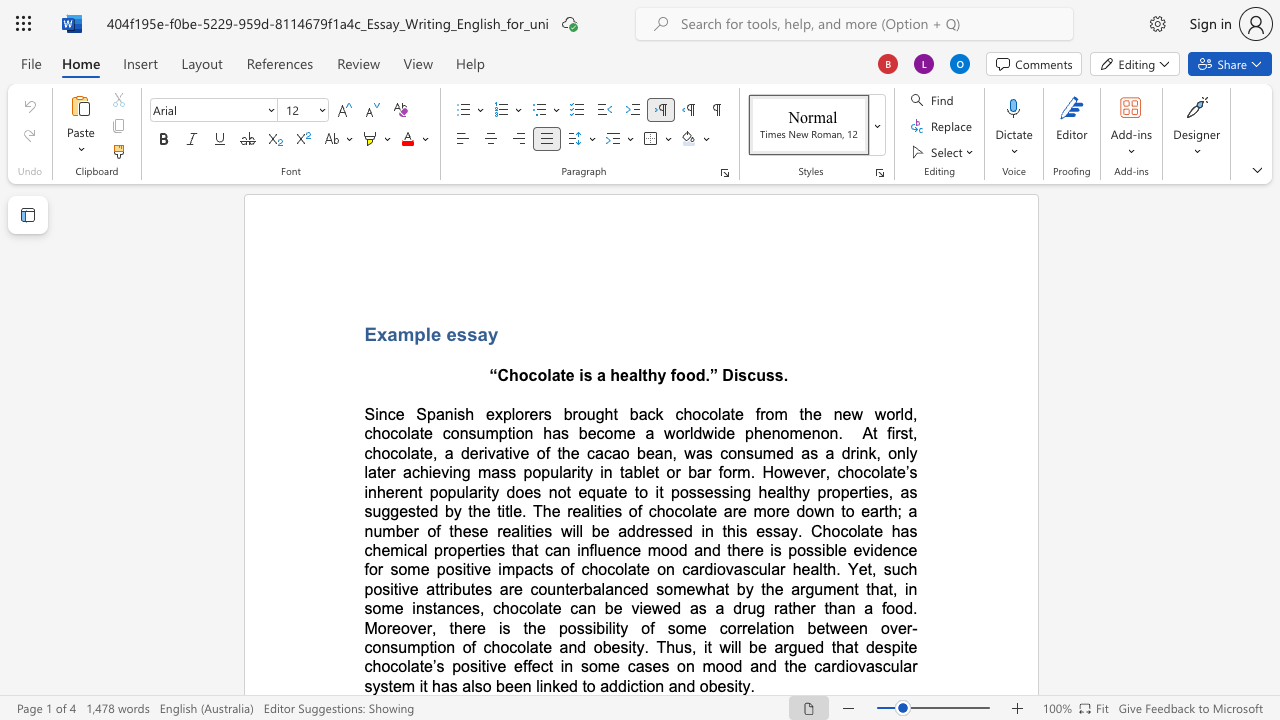  I want to click on the space between the continuous character "n" and "k" in the text, so click(551, 685).